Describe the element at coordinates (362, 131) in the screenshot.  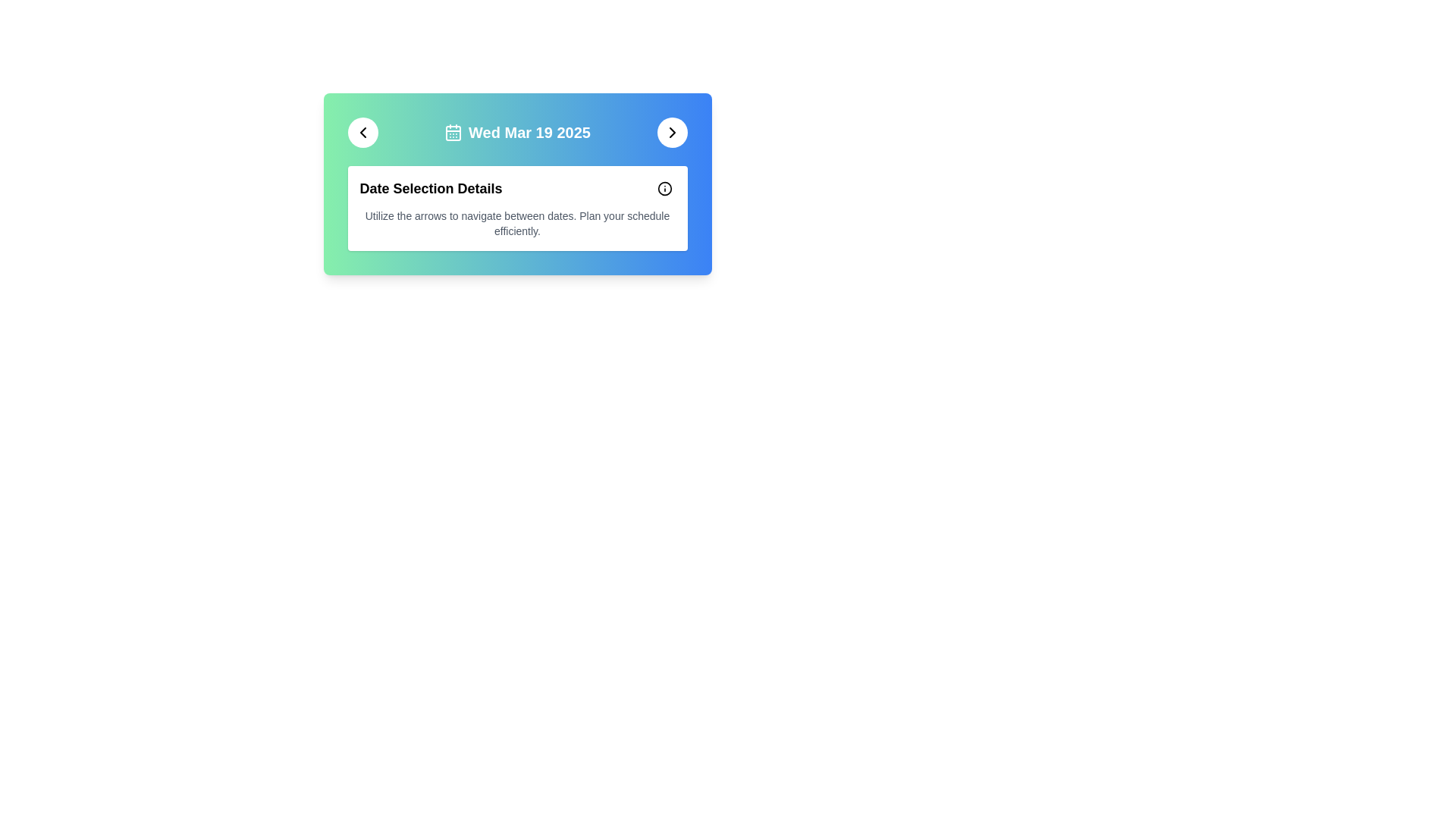
I see `the left-facing chevron icon button located at the top-left corner of the main interface card, adjacent to the right of the card's left border, to navigate to the previous date` at that location.